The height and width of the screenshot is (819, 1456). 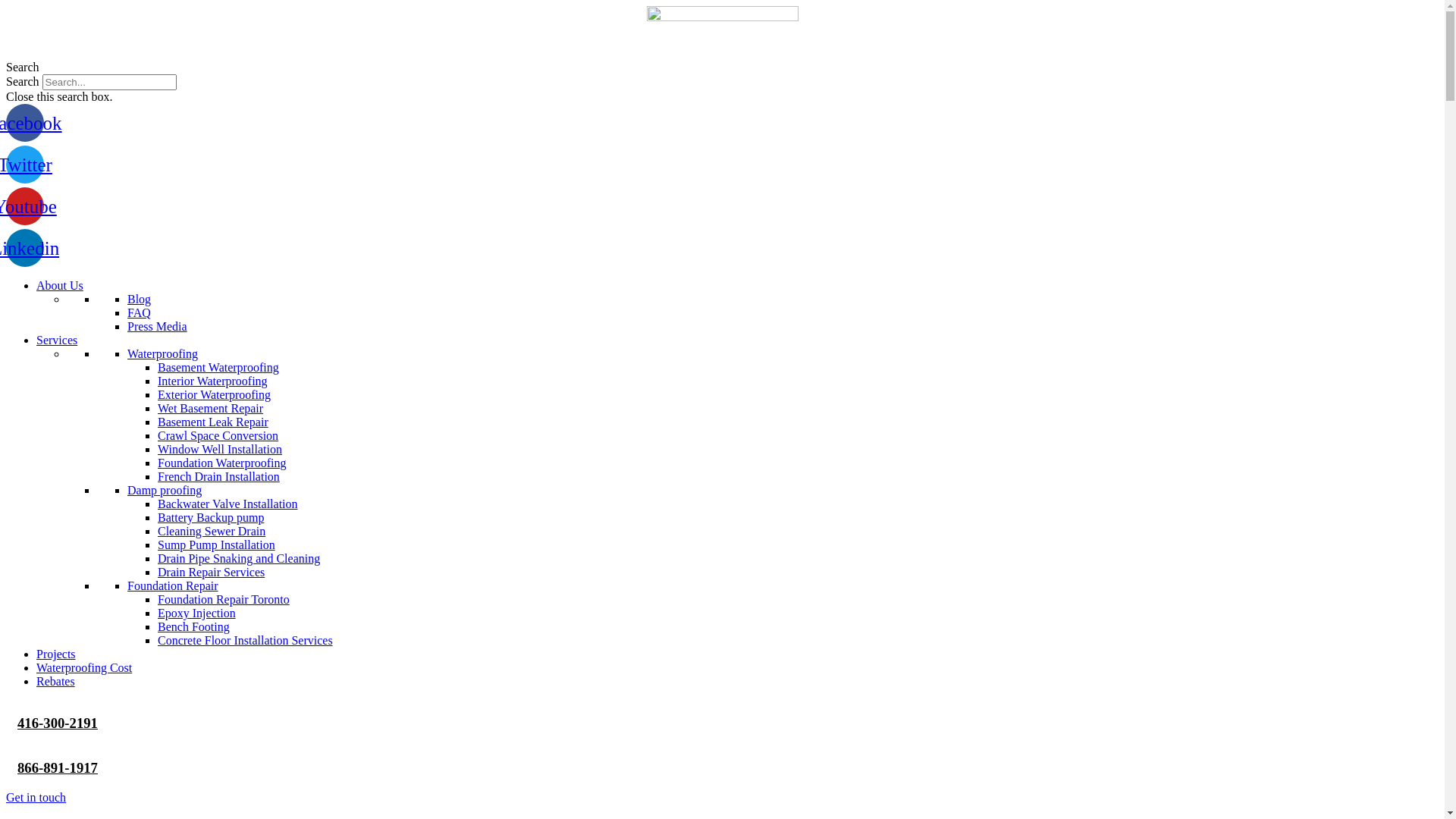 What do you see at coordinates (59, 285) in the screenshot?
I see `'About Us'` at bounding box center [59, 285].